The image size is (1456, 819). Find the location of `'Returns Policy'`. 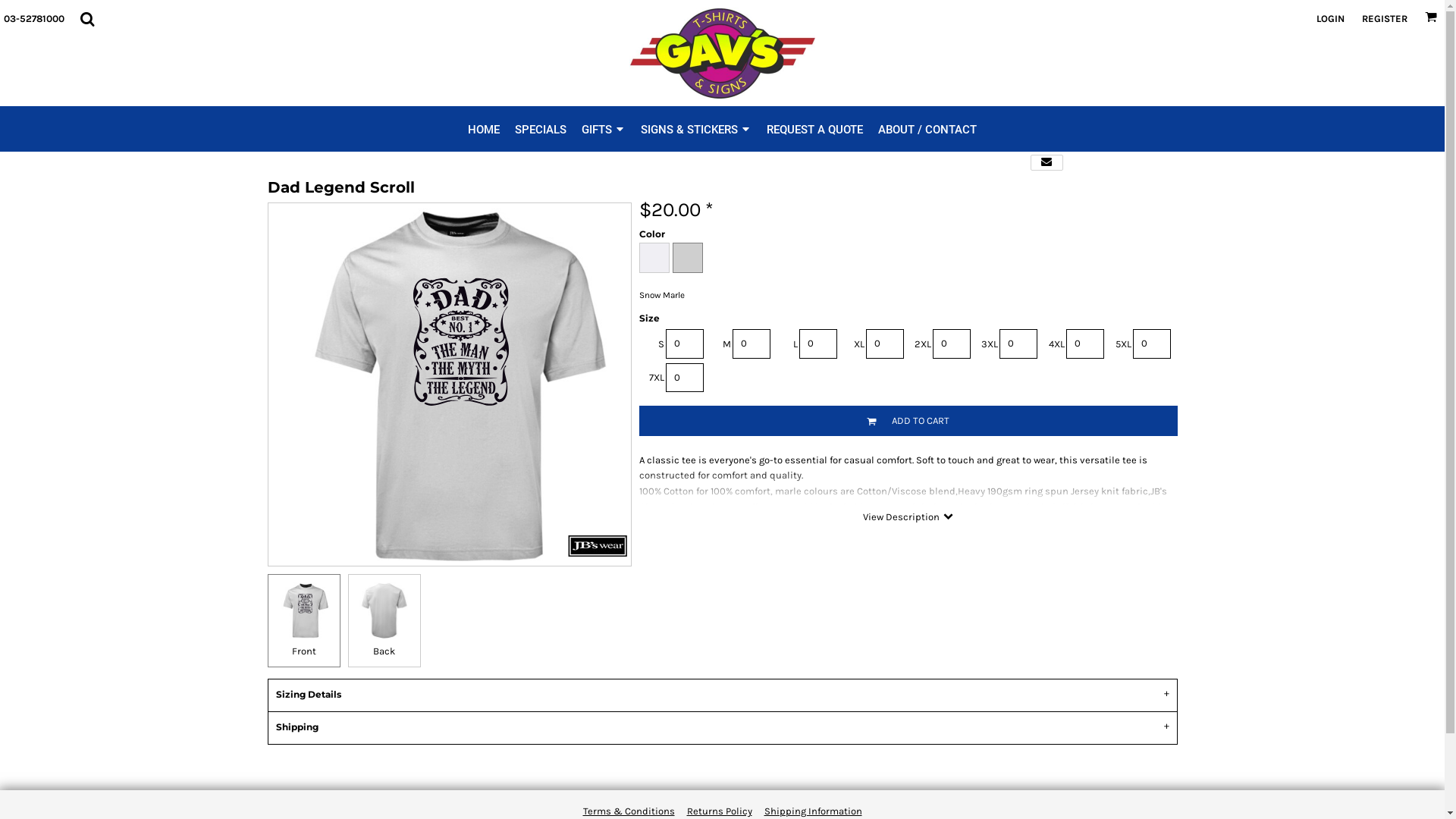

'Returns Policy' is located at coordinates (719, 810).